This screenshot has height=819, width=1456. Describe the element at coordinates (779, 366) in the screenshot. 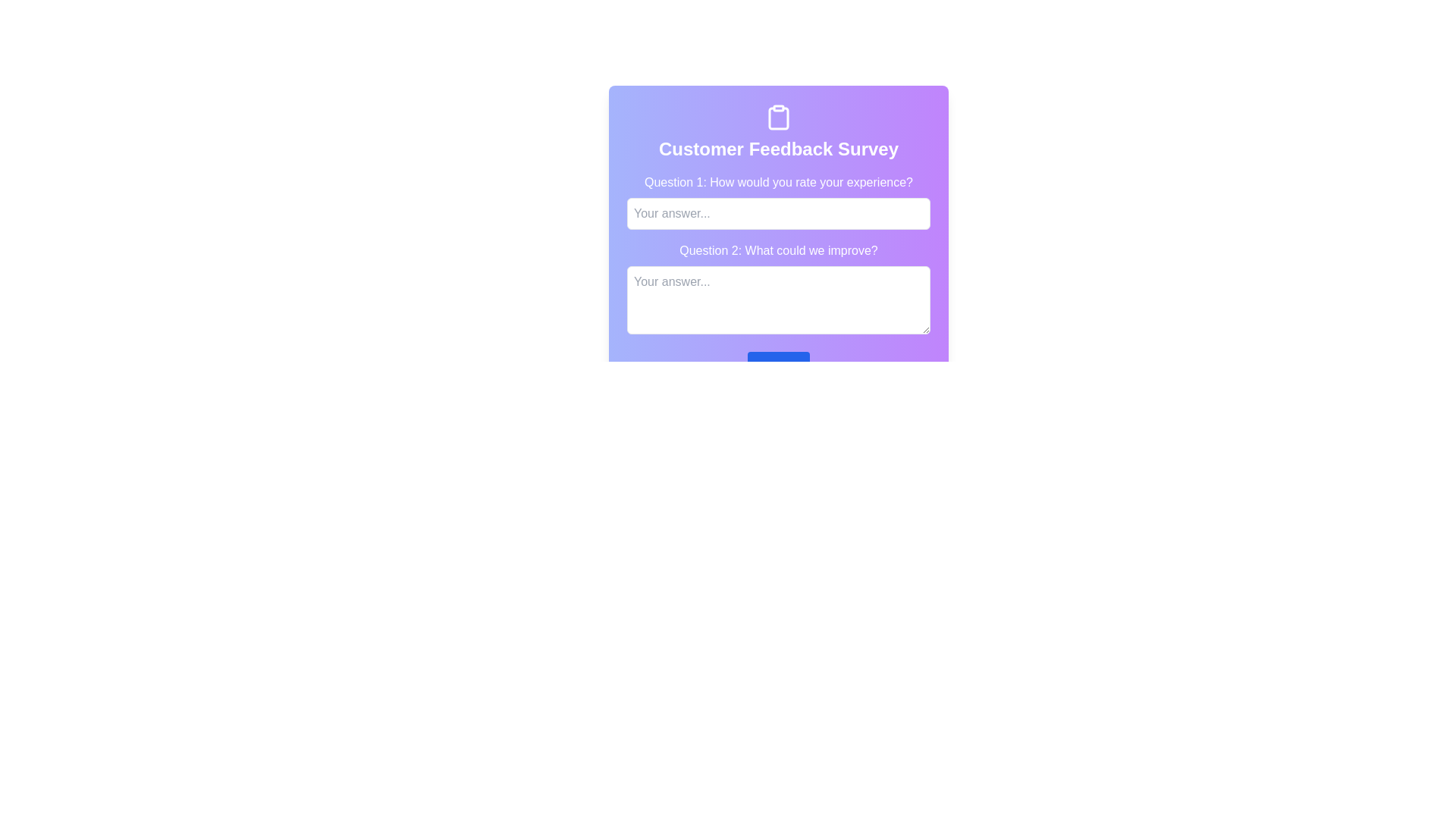

I see `the submit button of the feedback form` at that location.